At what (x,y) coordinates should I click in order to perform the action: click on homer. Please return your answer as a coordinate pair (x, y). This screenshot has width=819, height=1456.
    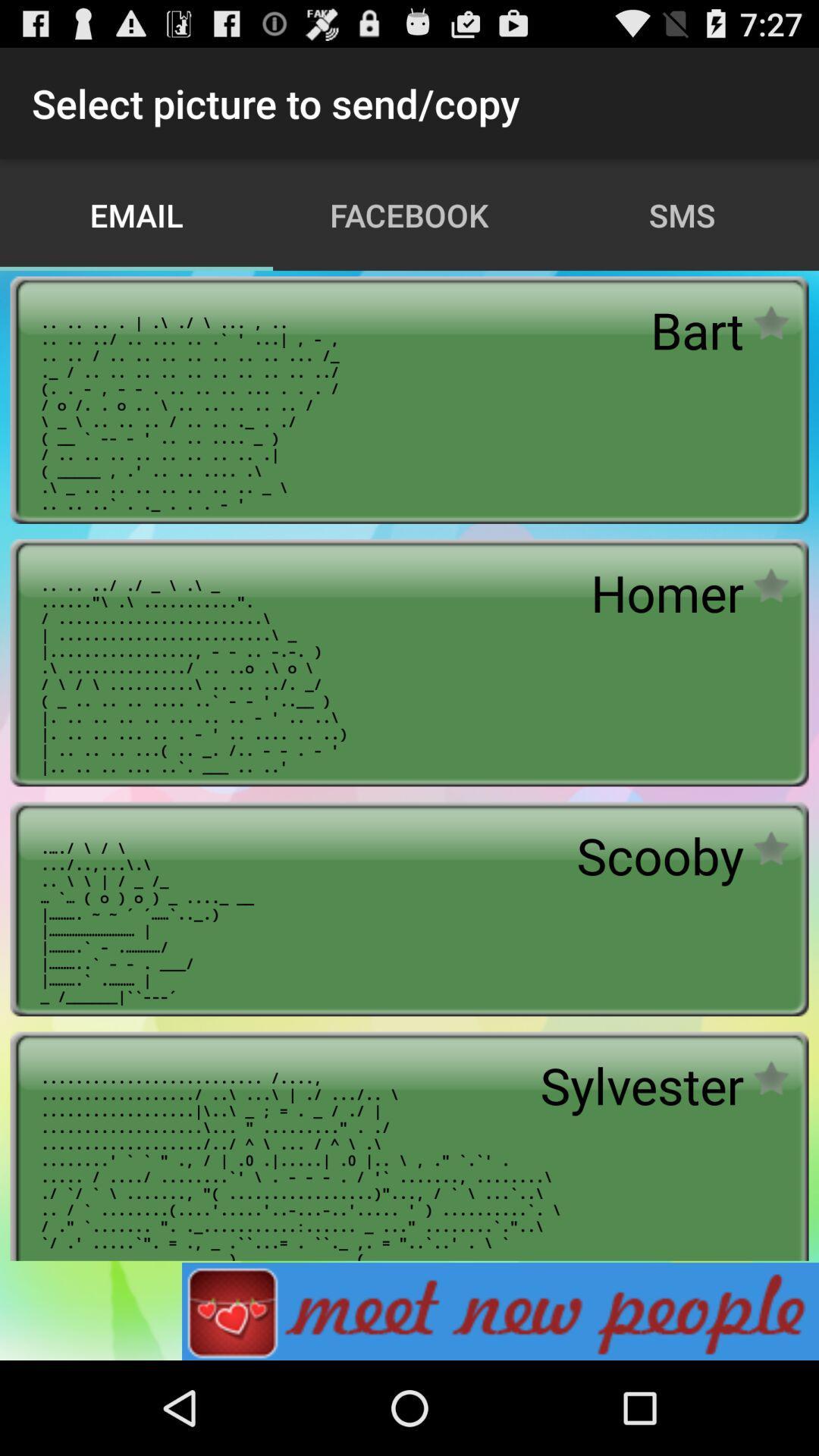
    Looking at the image, I should click on (667, 591).